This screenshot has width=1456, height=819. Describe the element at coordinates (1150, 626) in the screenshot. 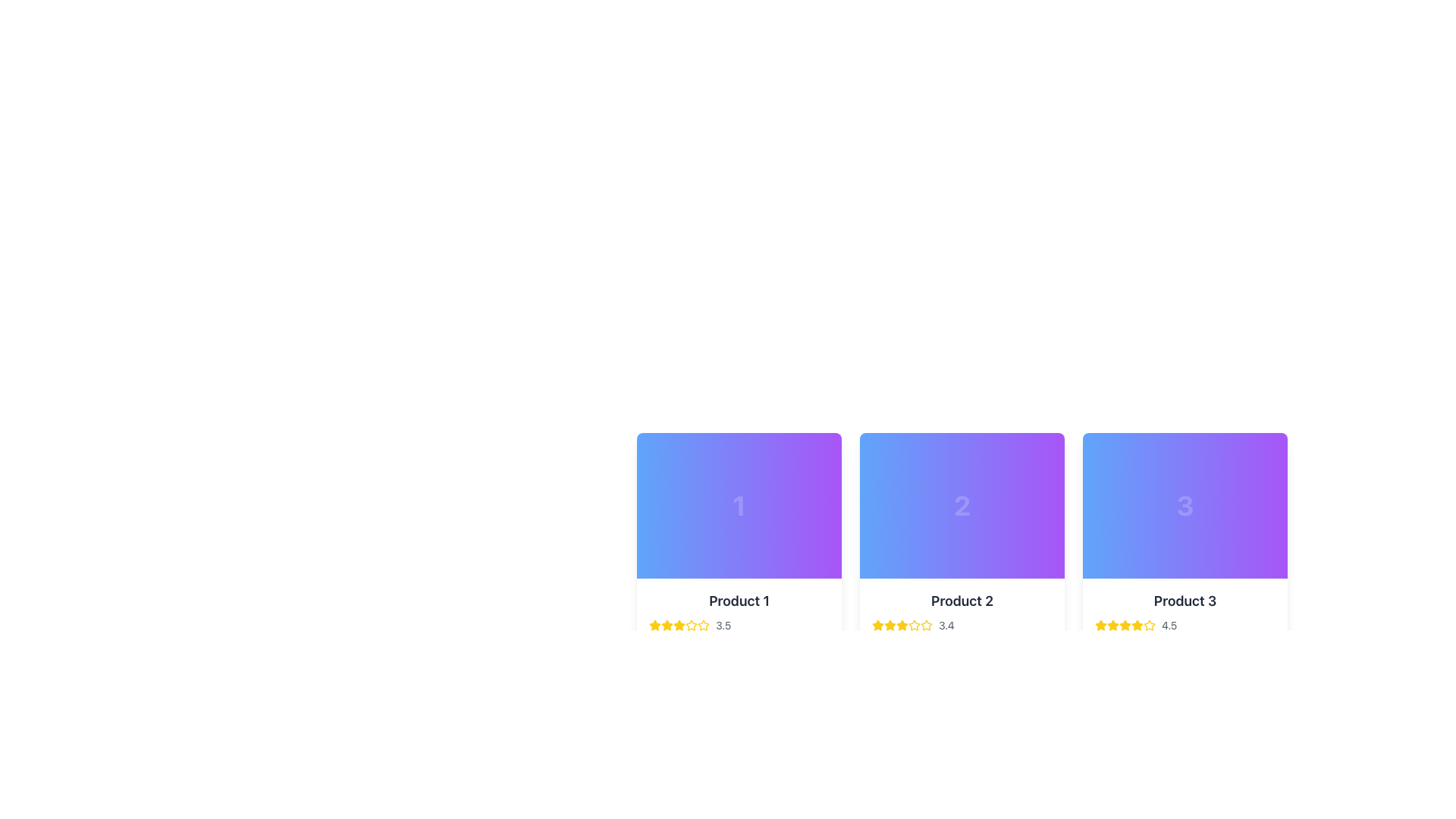

I see `visual representation of the fifth star in the rating system for 'Product 3', which is an SVG-based icon located beneath the product card` at that location.